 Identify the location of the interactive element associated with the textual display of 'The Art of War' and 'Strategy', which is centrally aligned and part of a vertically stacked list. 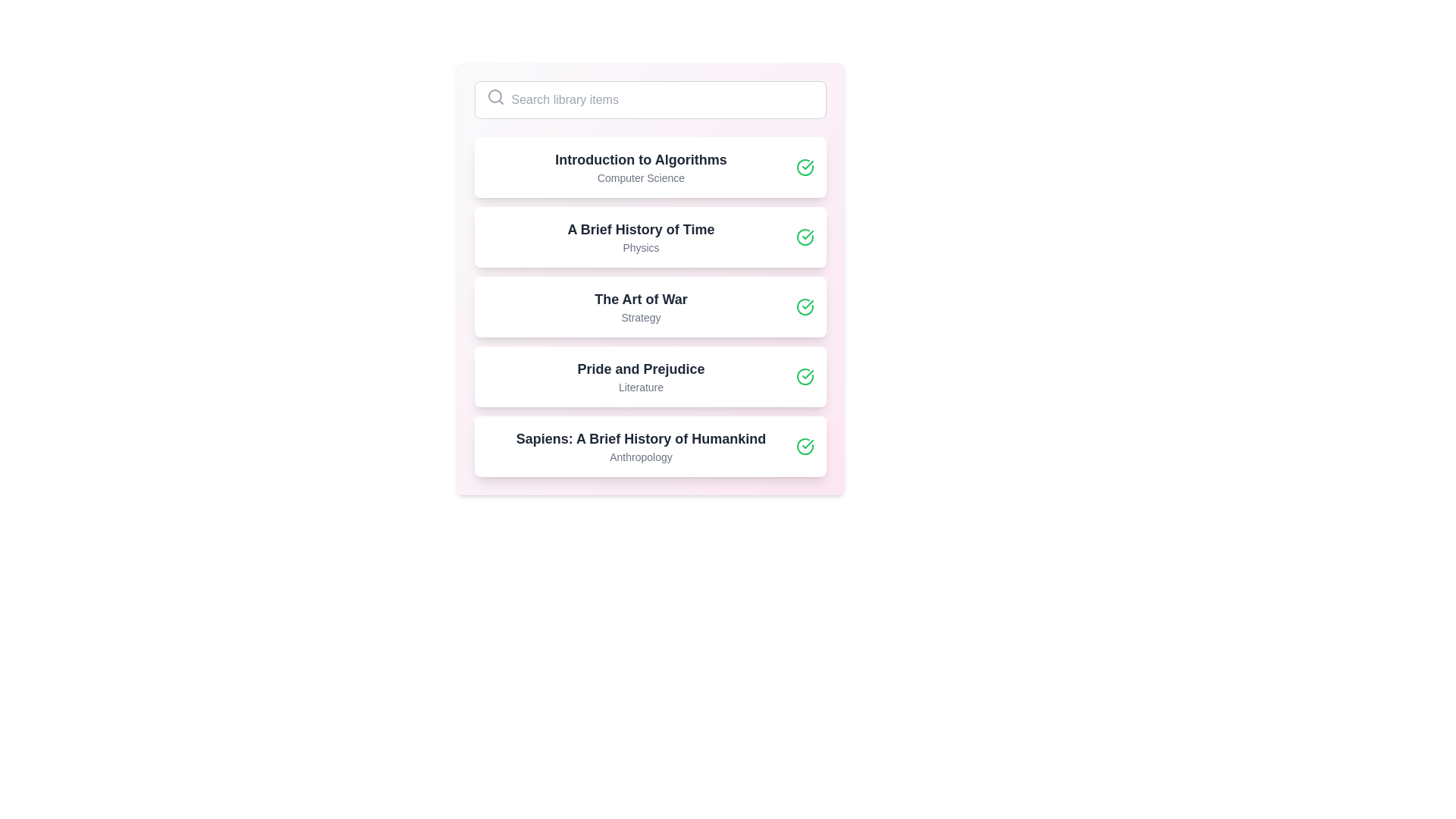
(641, 307).